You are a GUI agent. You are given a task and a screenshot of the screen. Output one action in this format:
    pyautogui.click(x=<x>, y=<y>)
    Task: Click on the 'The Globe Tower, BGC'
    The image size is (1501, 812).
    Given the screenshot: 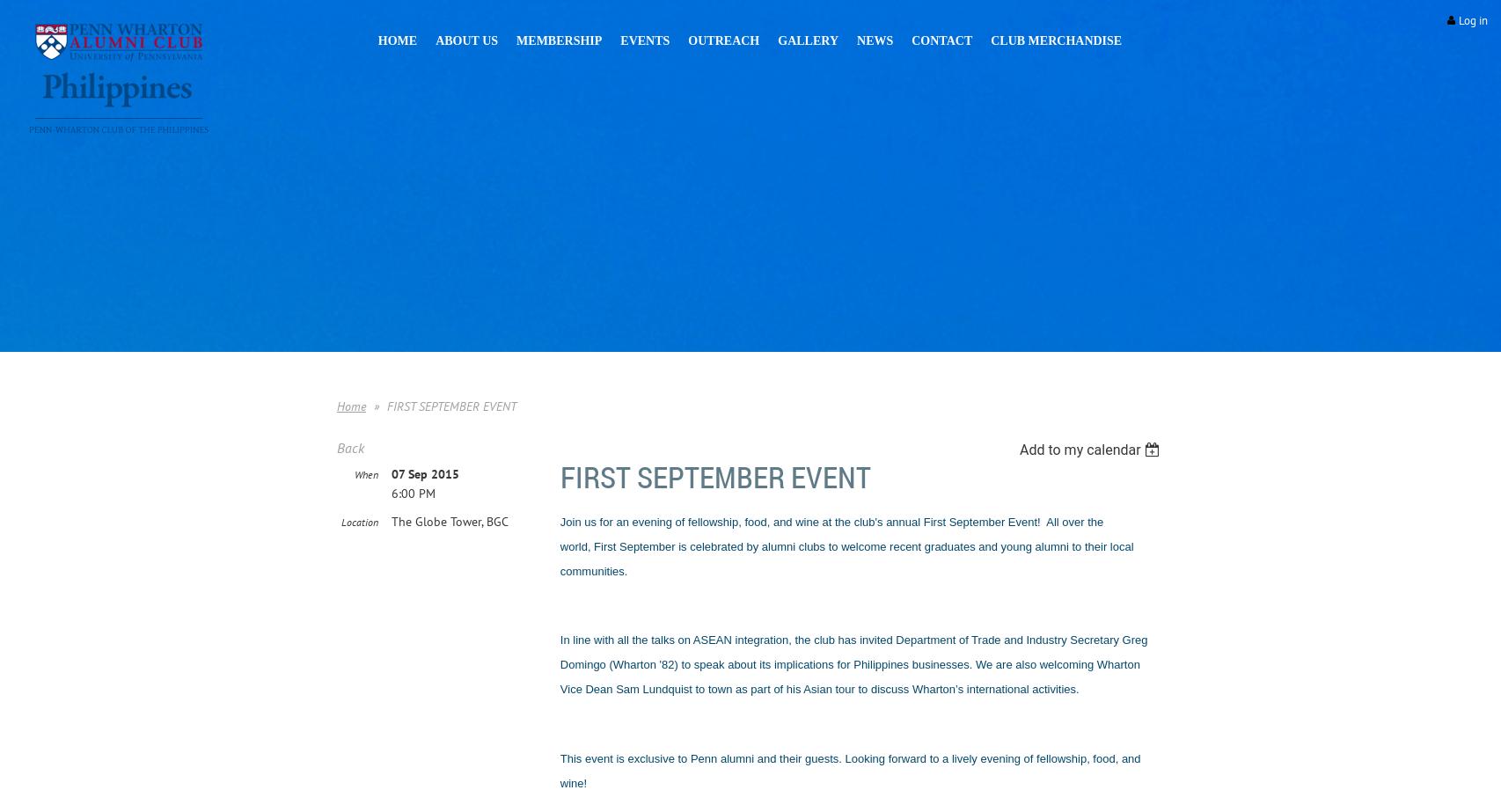 What is the action you would take?
    pyautogui.click(x=449, y=521)
    